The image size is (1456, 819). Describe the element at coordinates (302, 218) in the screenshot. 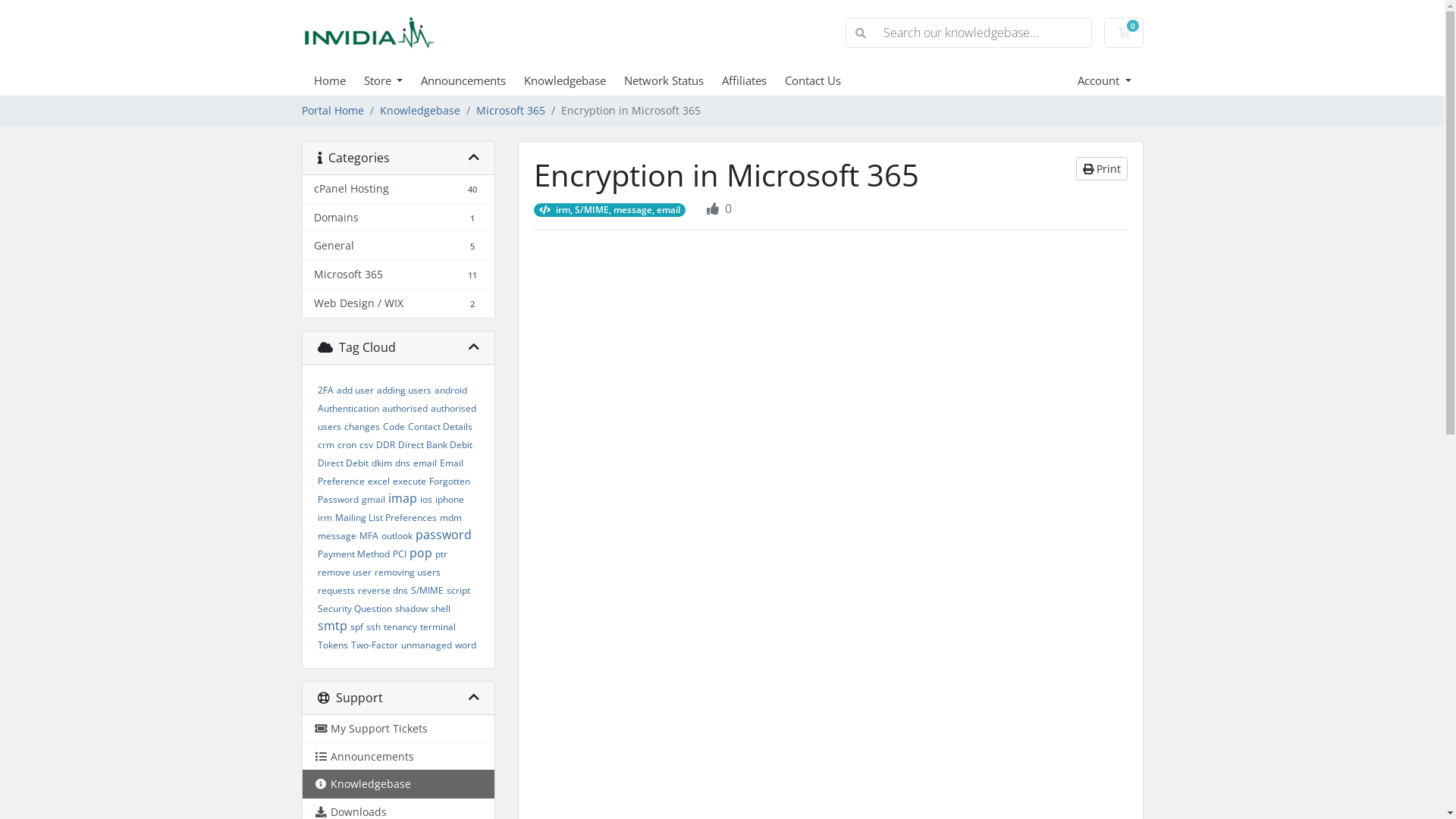

I see `'Domains` at that location.